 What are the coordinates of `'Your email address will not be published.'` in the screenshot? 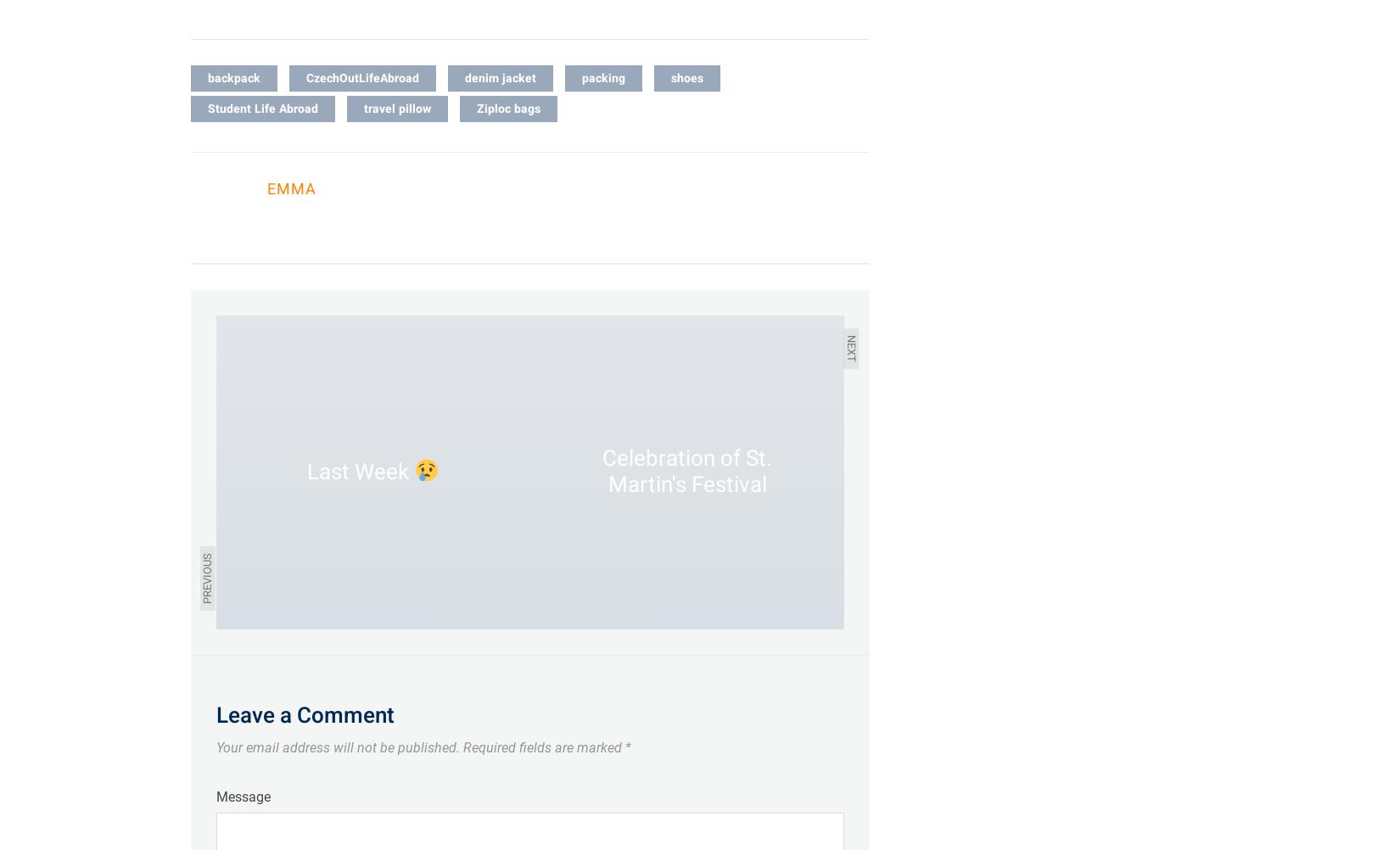 It's located at (338, 747).